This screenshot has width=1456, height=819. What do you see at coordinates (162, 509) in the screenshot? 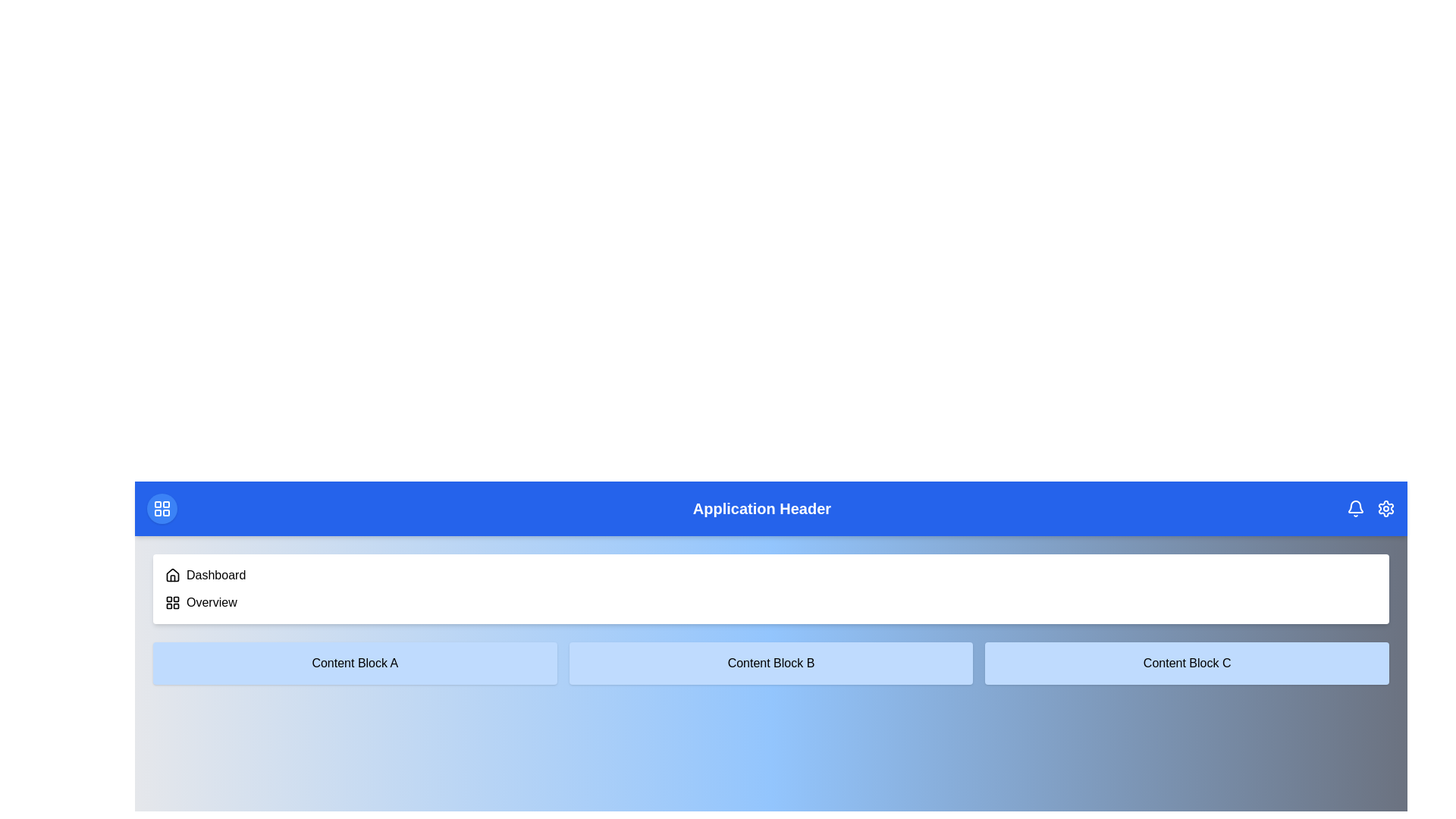
I see `the menu button to toggle the visibility of the navigation menu` at bounding box center [162, 509].